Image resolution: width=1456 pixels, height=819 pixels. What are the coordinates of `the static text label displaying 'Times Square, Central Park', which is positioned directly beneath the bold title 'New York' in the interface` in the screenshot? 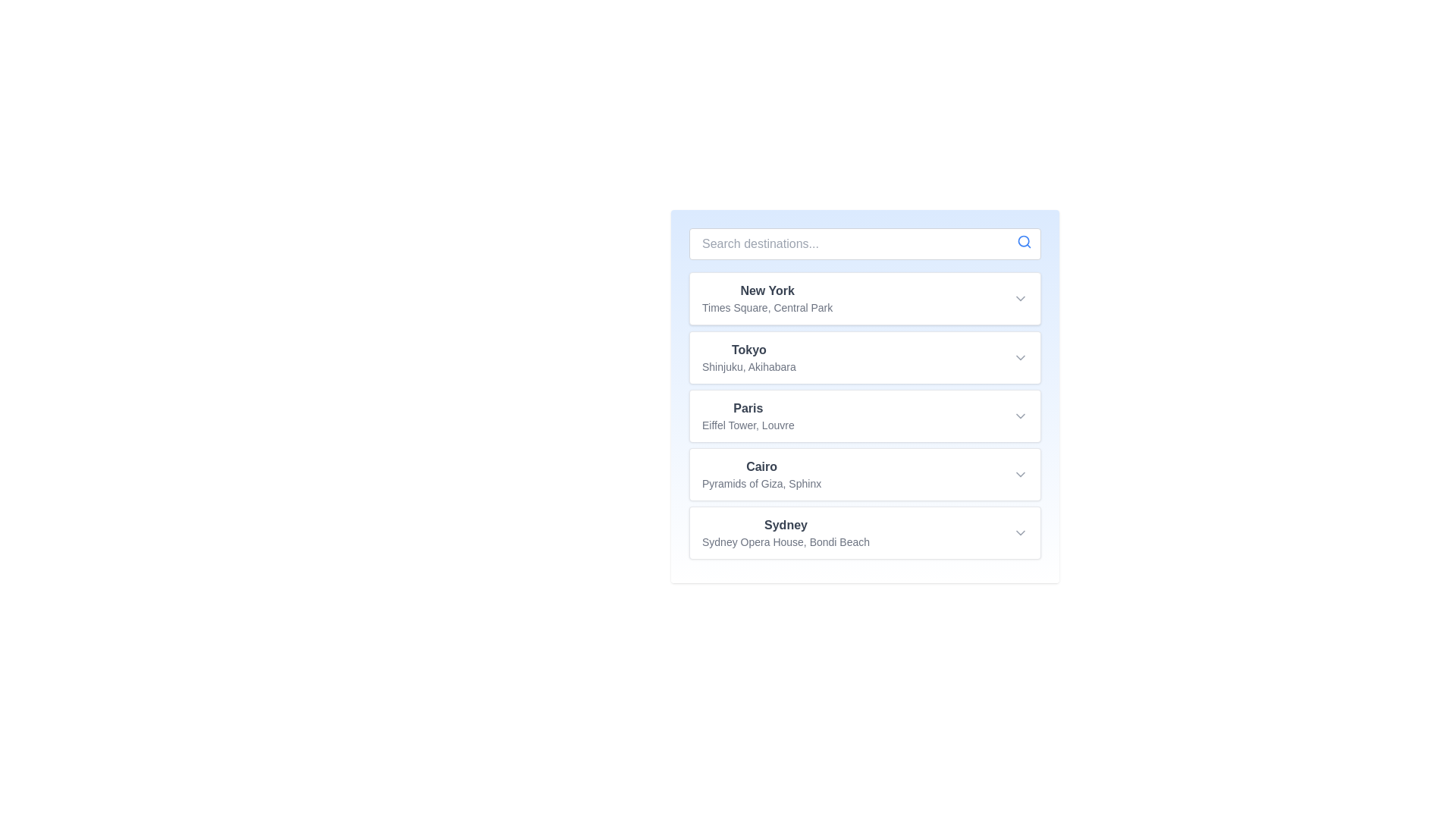 It's located at (767, 307).